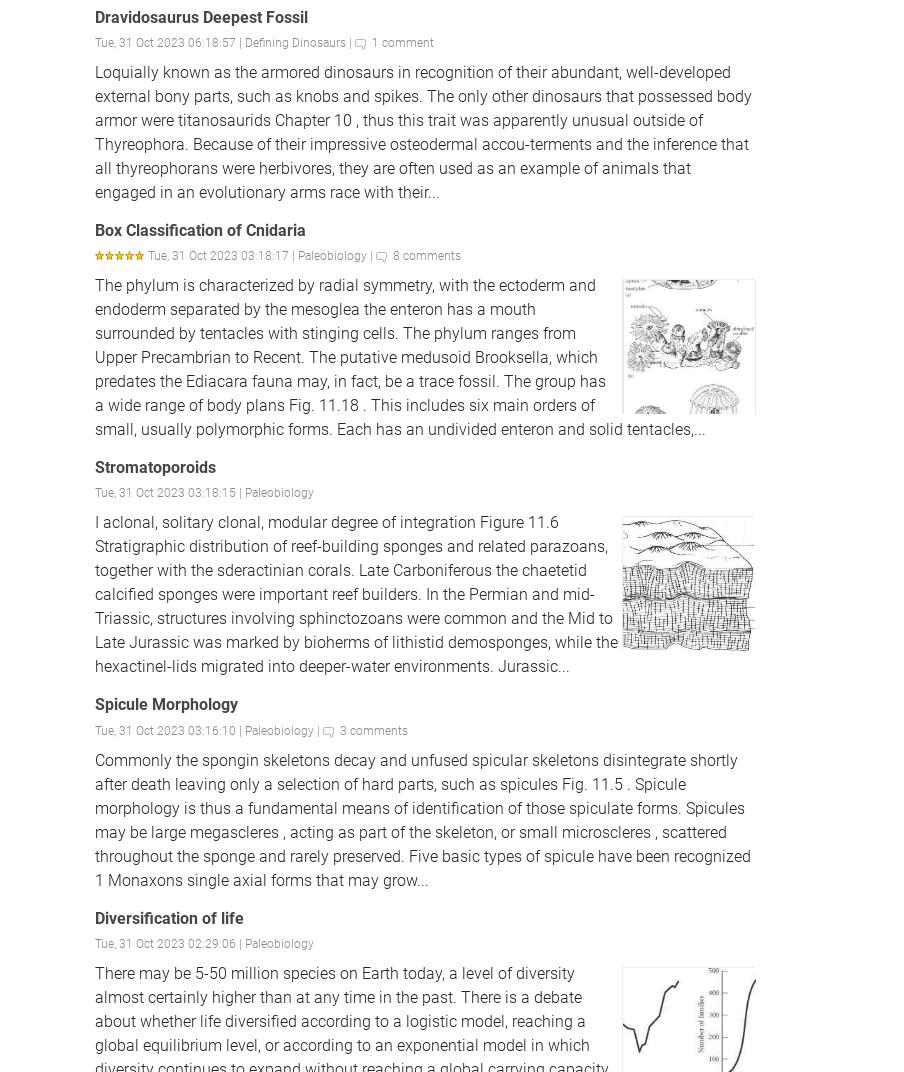 Image resolution: width=904 pixels, height=1072 pixels. Describe the element at coordinates (170, 729) in the screenshot. I see `'Tue, 31 Oct 2023 03:16:10                                    |'` at that location.